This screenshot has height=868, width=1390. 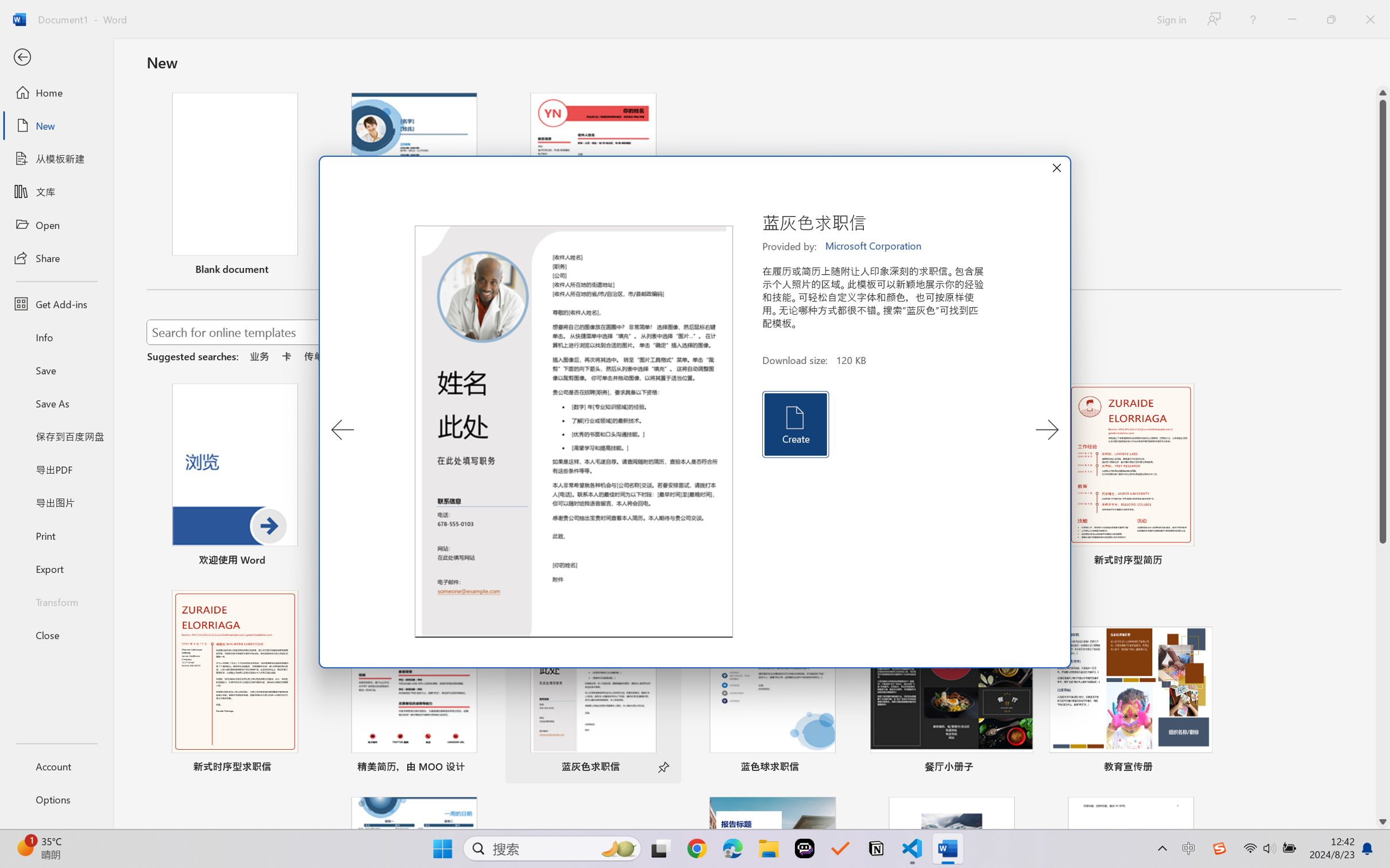 What do you see at coordinates (56, 403) in the screenshot?
I see `'Save As'` at bounding box center [56, 403].